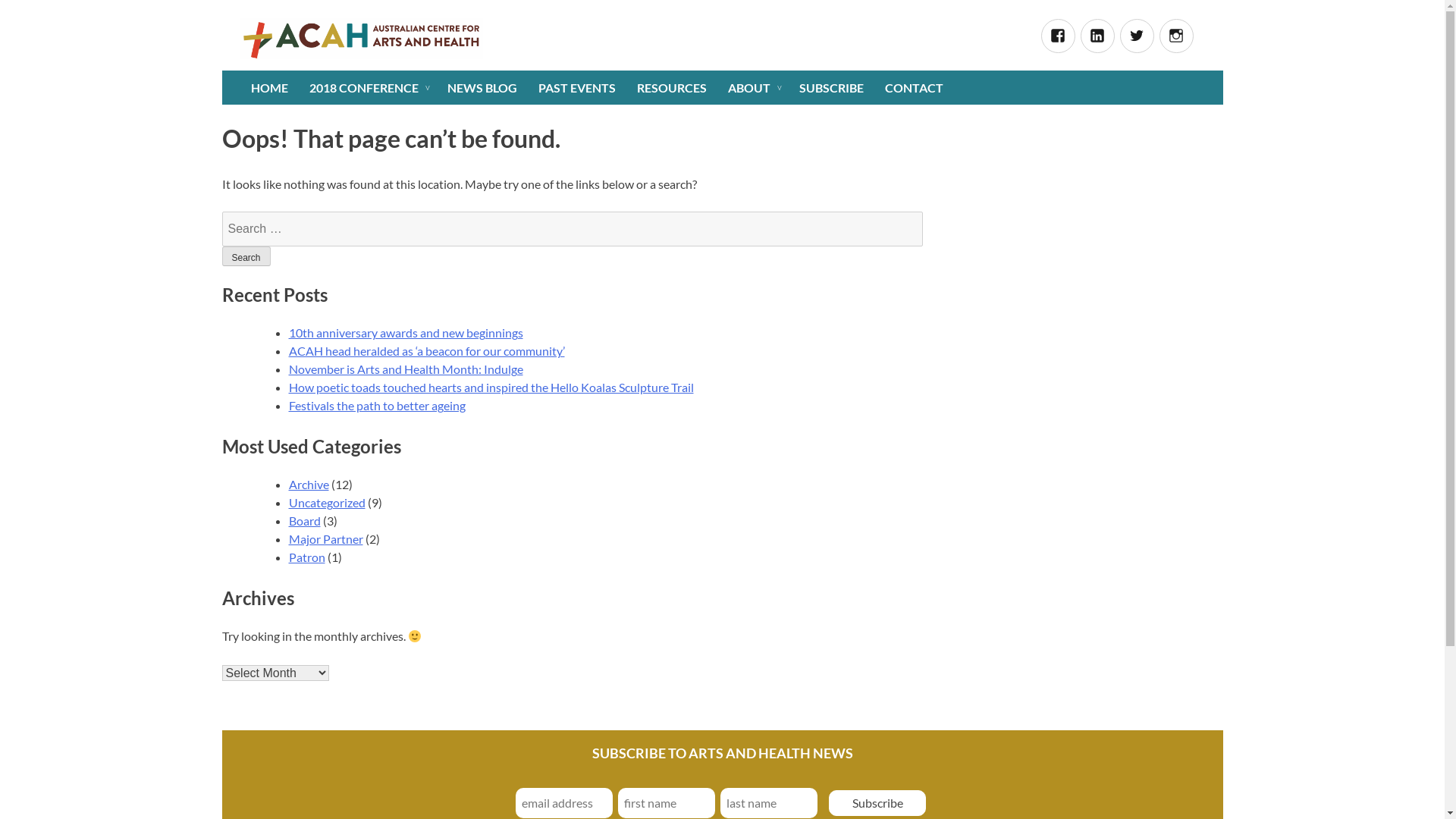 This screenshot has width=1456, height=819. What do you see at coordinates (1056, 35) in the screenshot?
I see `'Facebook'` at bounding box center [1056, 35].